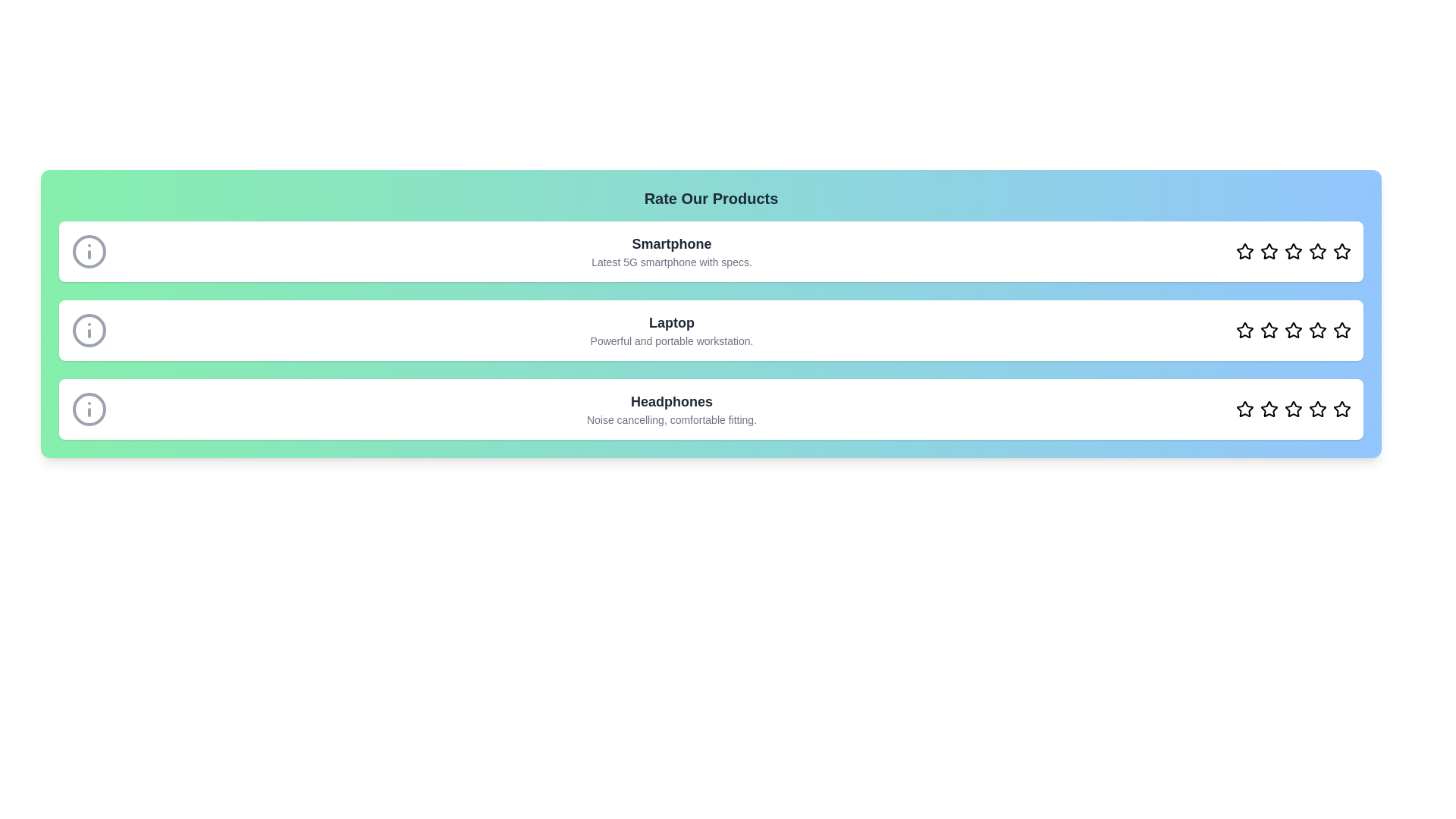  I want to click on the text label displaying 'Powerful and portable workstation.' which is positioned below the 'Laptop' heading, so click(671, 341).